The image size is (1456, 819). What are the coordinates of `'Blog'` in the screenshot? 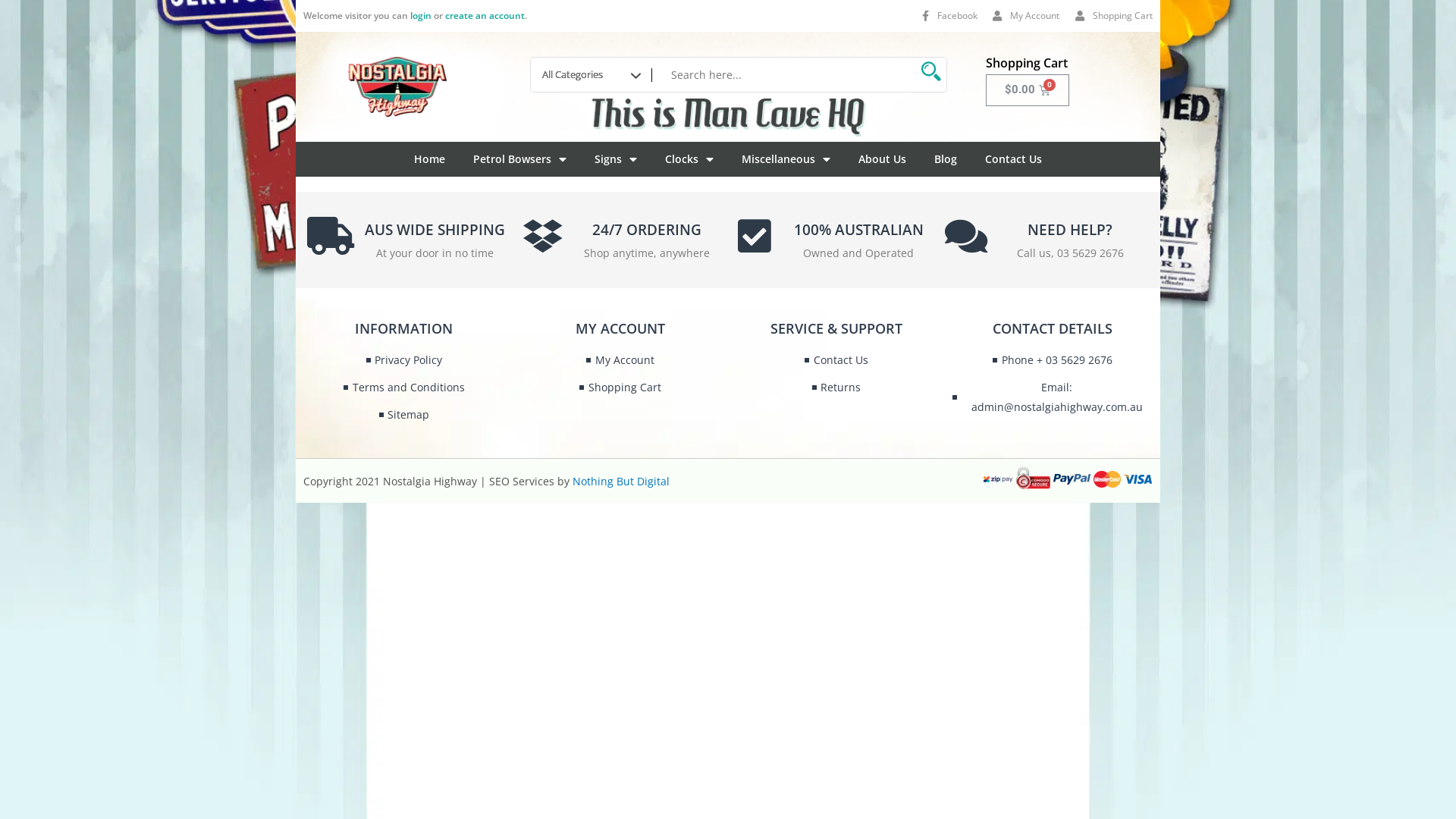 It's located at (945, 158).